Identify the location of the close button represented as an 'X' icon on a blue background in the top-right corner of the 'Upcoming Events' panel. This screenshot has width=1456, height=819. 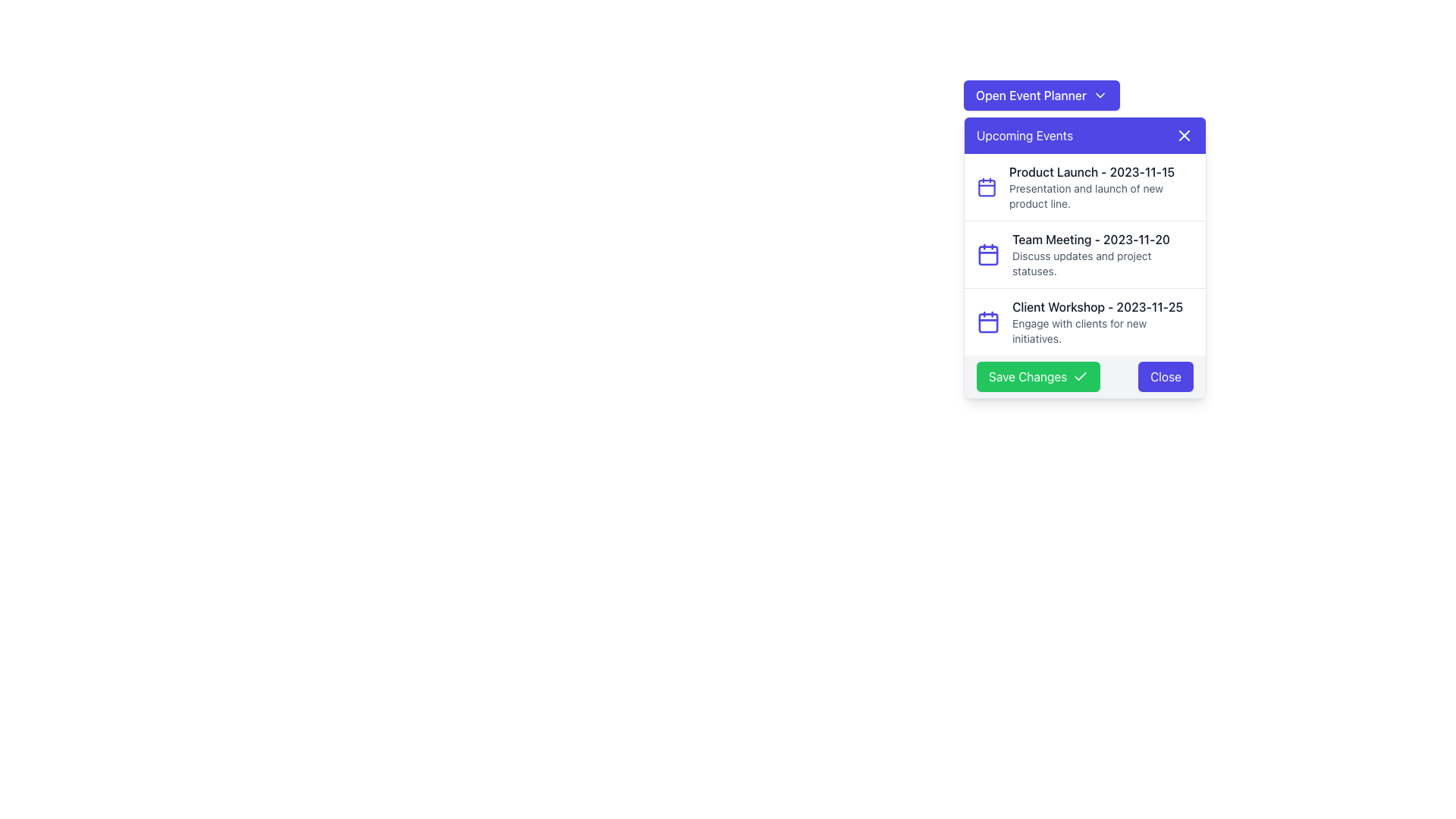
(1183, 134).